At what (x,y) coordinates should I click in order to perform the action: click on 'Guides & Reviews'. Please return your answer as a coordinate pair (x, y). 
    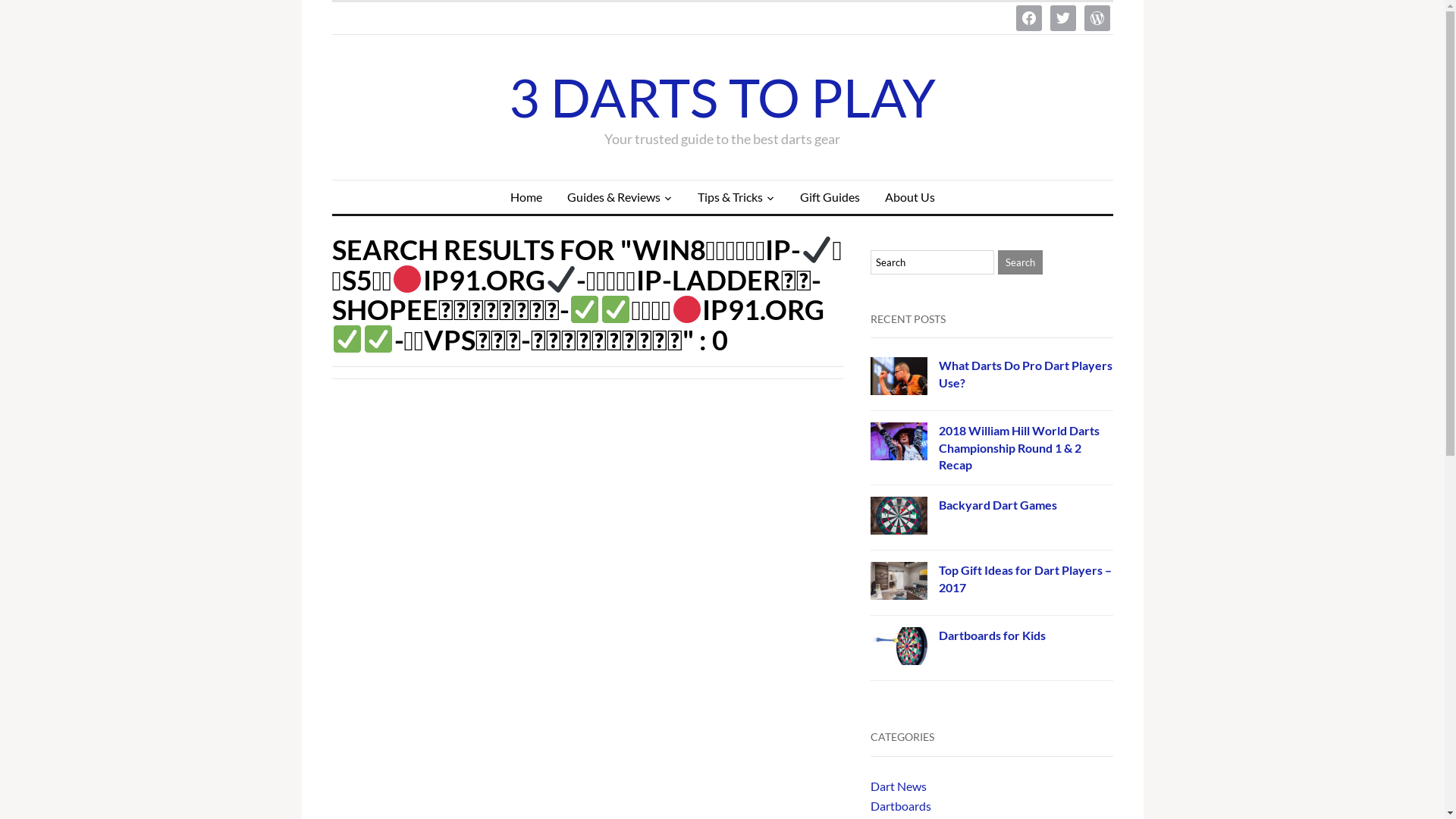
    Looking at the image, I should click on (619, 196).